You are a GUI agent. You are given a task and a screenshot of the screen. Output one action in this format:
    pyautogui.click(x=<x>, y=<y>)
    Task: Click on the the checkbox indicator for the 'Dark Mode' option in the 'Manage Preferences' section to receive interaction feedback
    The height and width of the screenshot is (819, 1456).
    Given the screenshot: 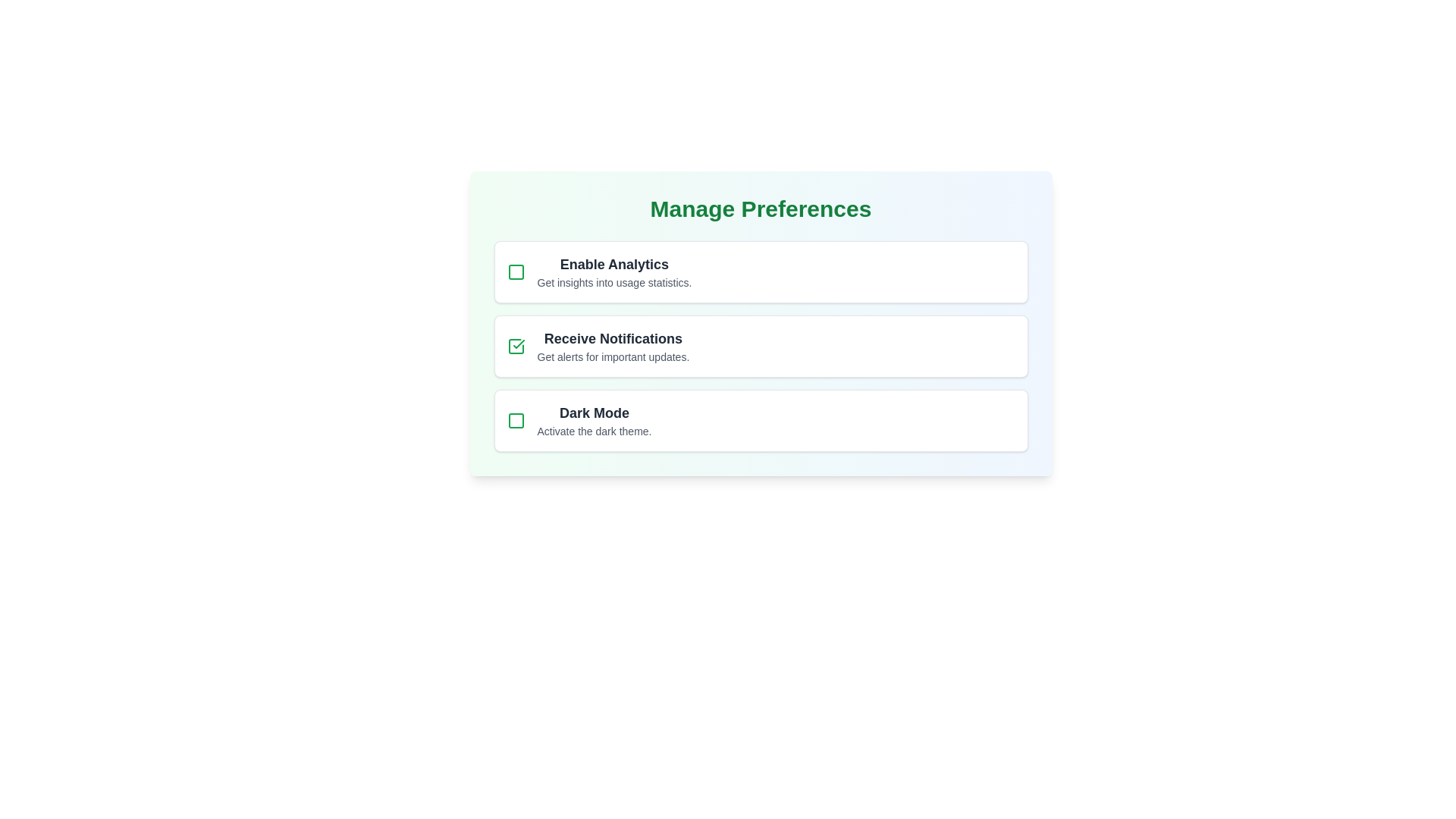 What is the action you would take?
    pyautogui.click(x=516, y=421)
    